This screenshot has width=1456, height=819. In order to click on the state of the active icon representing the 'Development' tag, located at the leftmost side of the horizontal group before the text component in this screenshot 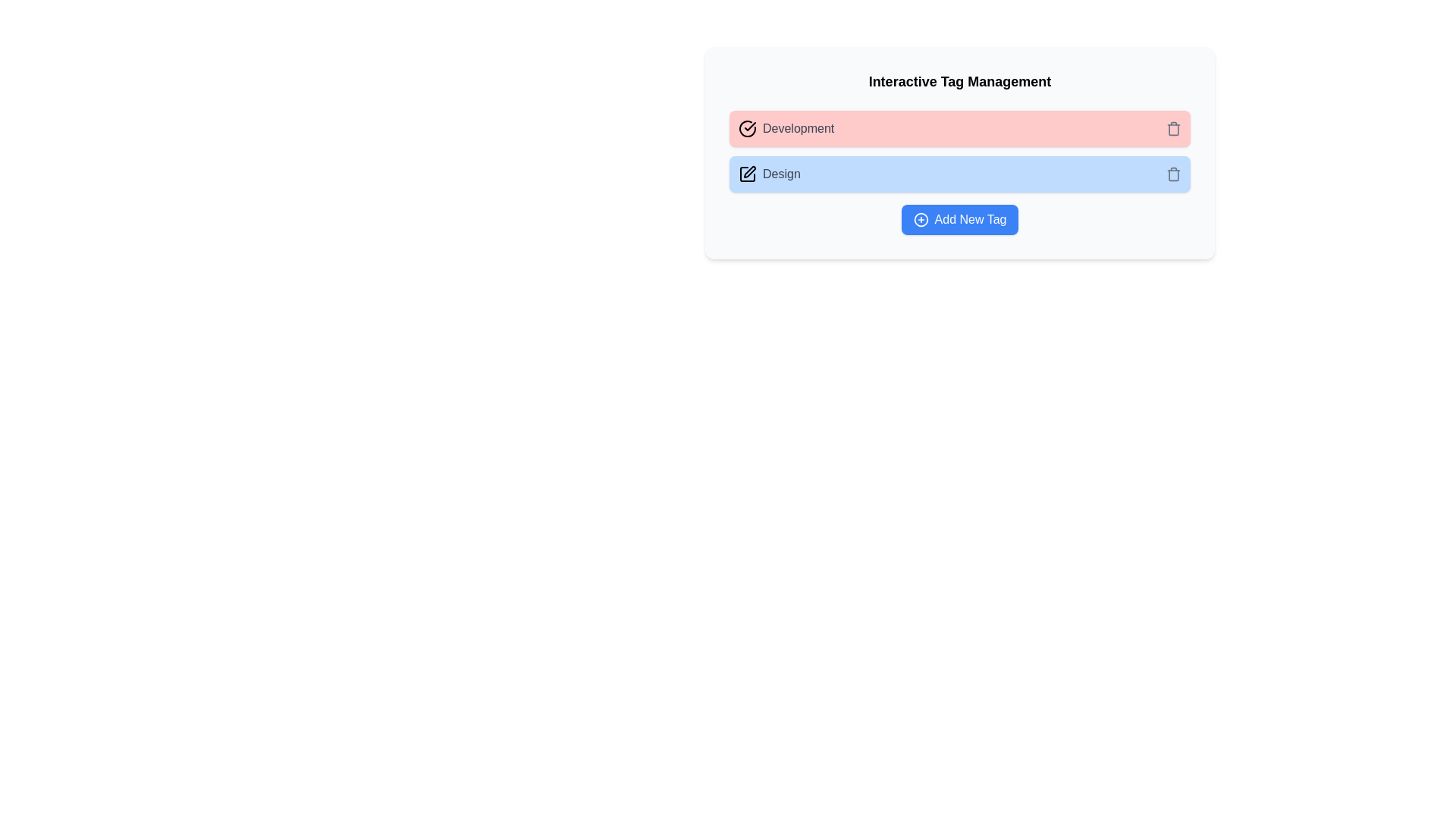, I will do `click(747, 127)`.